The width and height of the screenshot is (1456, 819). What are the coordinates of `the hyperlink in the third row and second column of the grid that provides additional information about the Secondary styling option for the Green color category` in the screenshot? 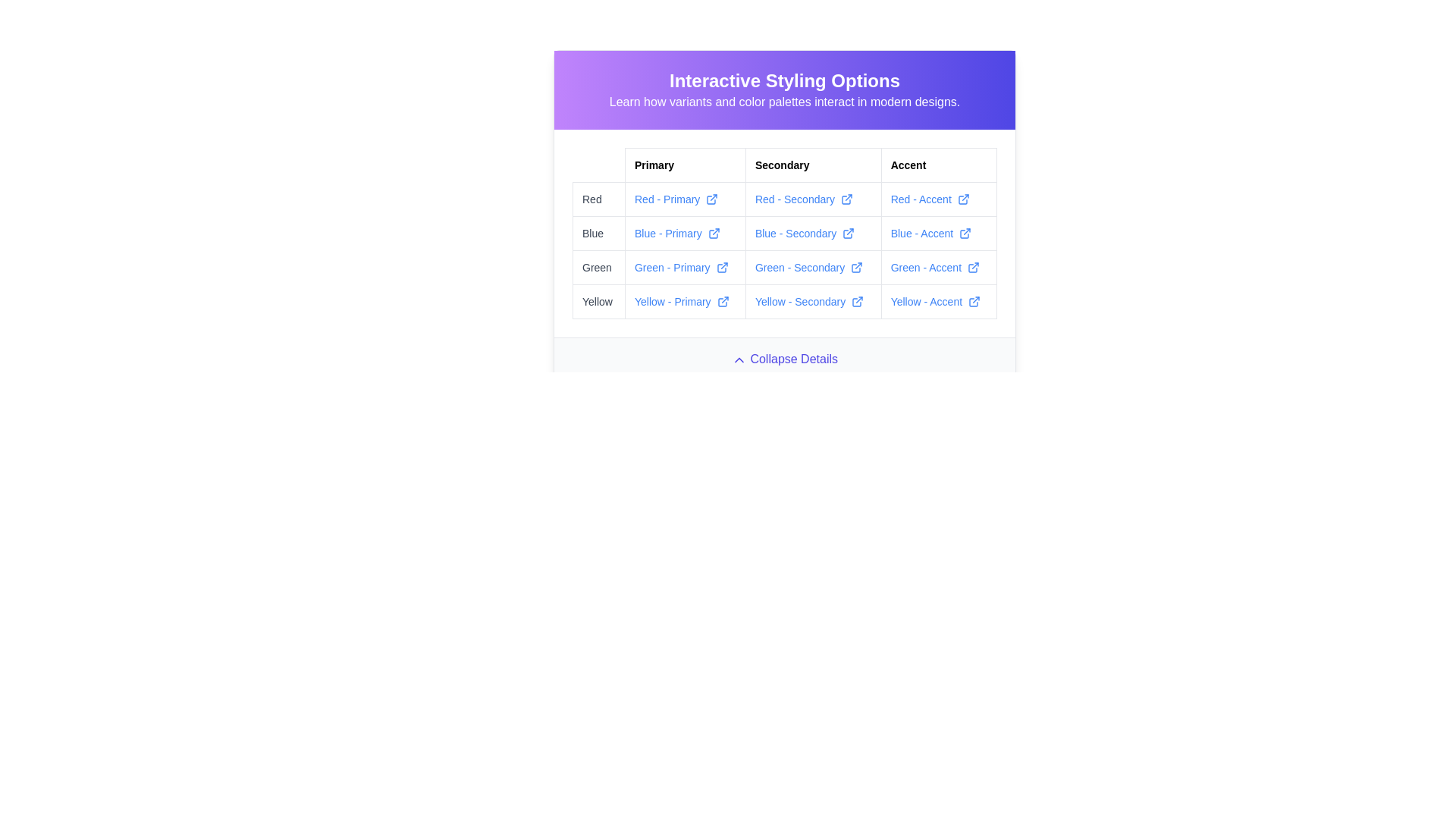 It's located at (785, 267).